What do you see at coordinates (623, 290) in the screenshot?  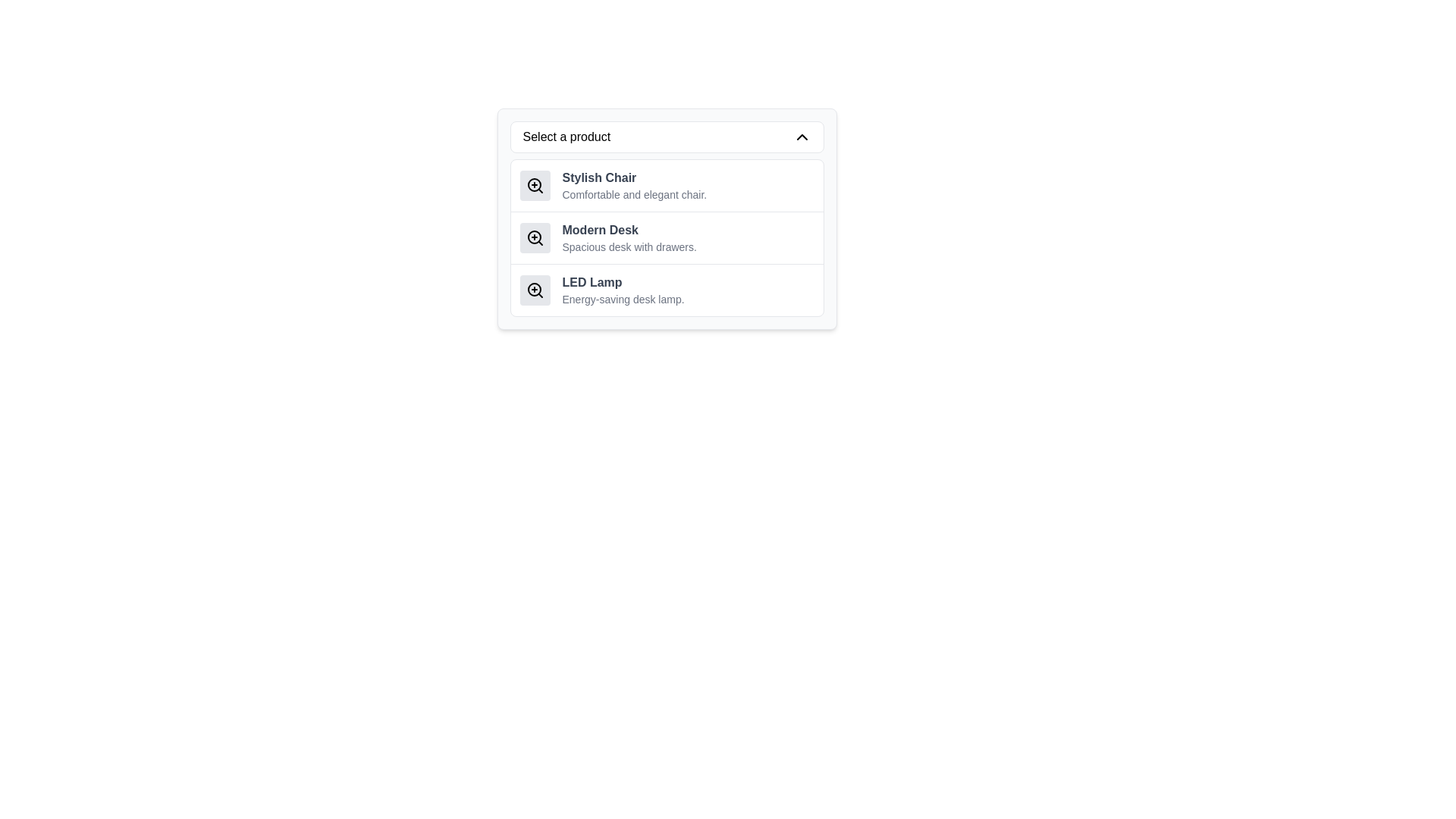 I see `the third item in the dropdown menu labeled 'Select a product', which contains the bold text 'LED Lamp' and the smaller gray text 'Energy-saving desk lamp.'` at bounding box center [623, 290].